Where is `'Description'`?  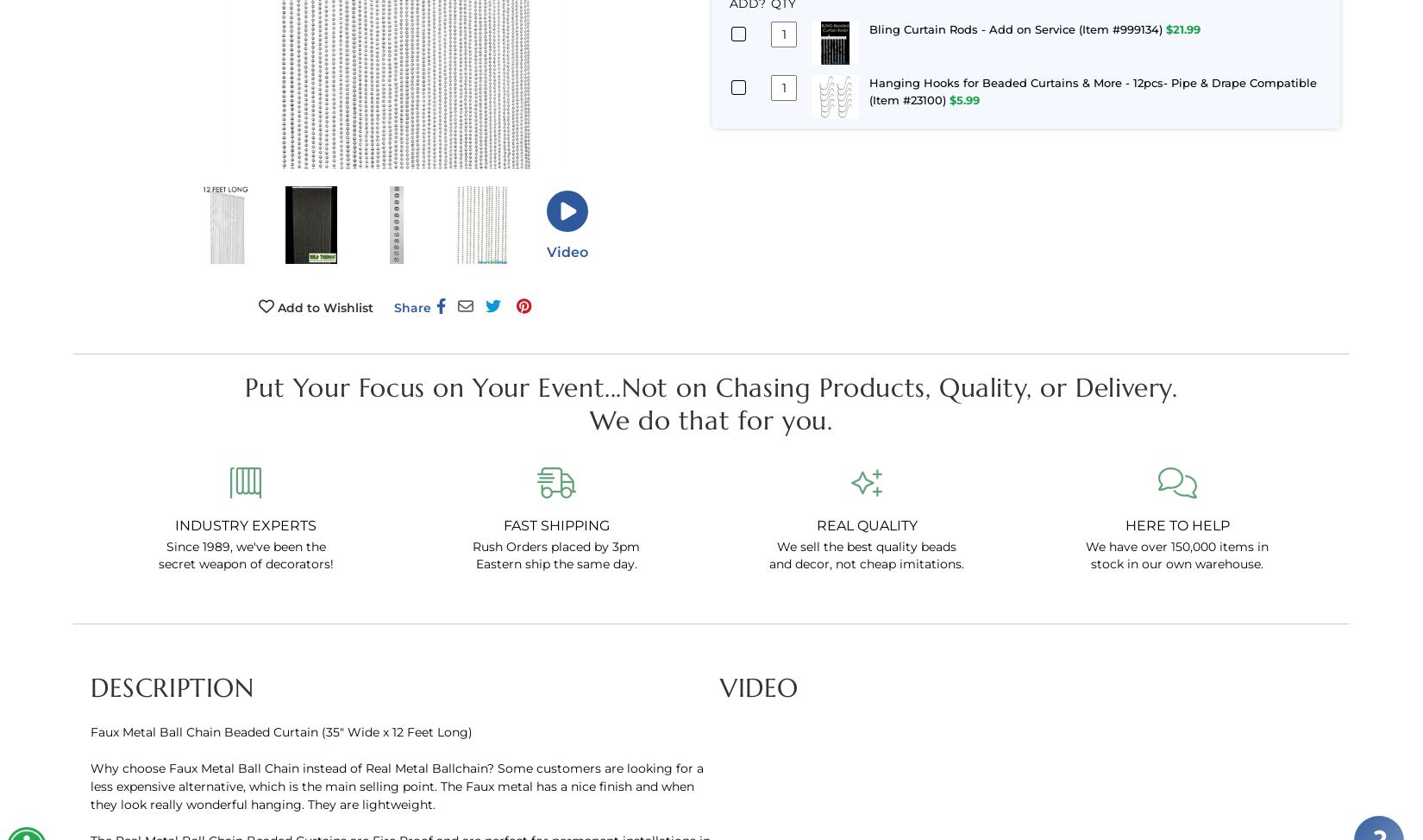 'Description' is located at coordinates (172, 686).